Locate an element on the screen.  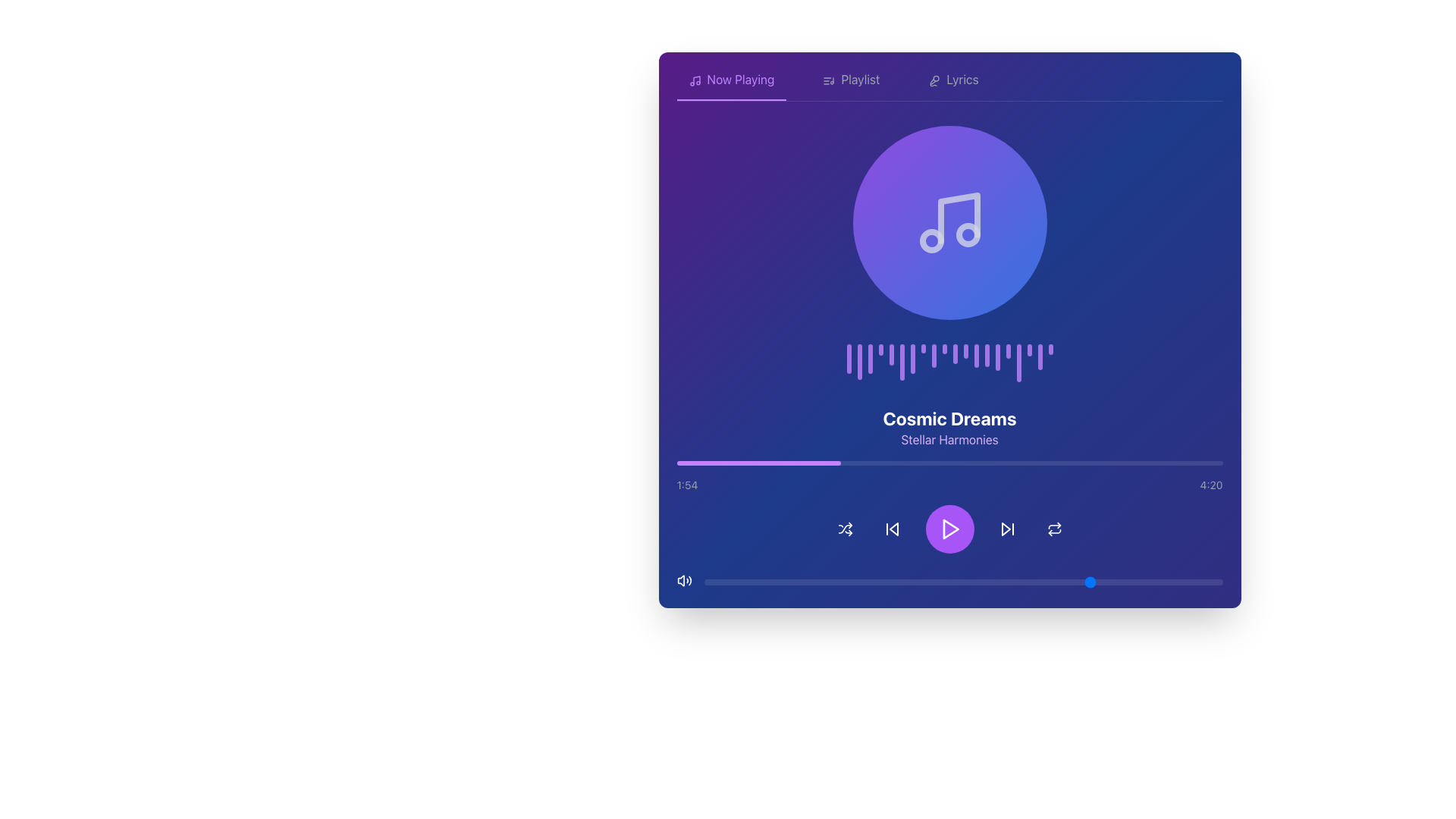
the second purple vertical bar from the left, which is slightly translucent and part of a series of similar bars, located centrally below a circular icon and above the song title 'Cosmic Dreams' is located at coordinates (859, 362).